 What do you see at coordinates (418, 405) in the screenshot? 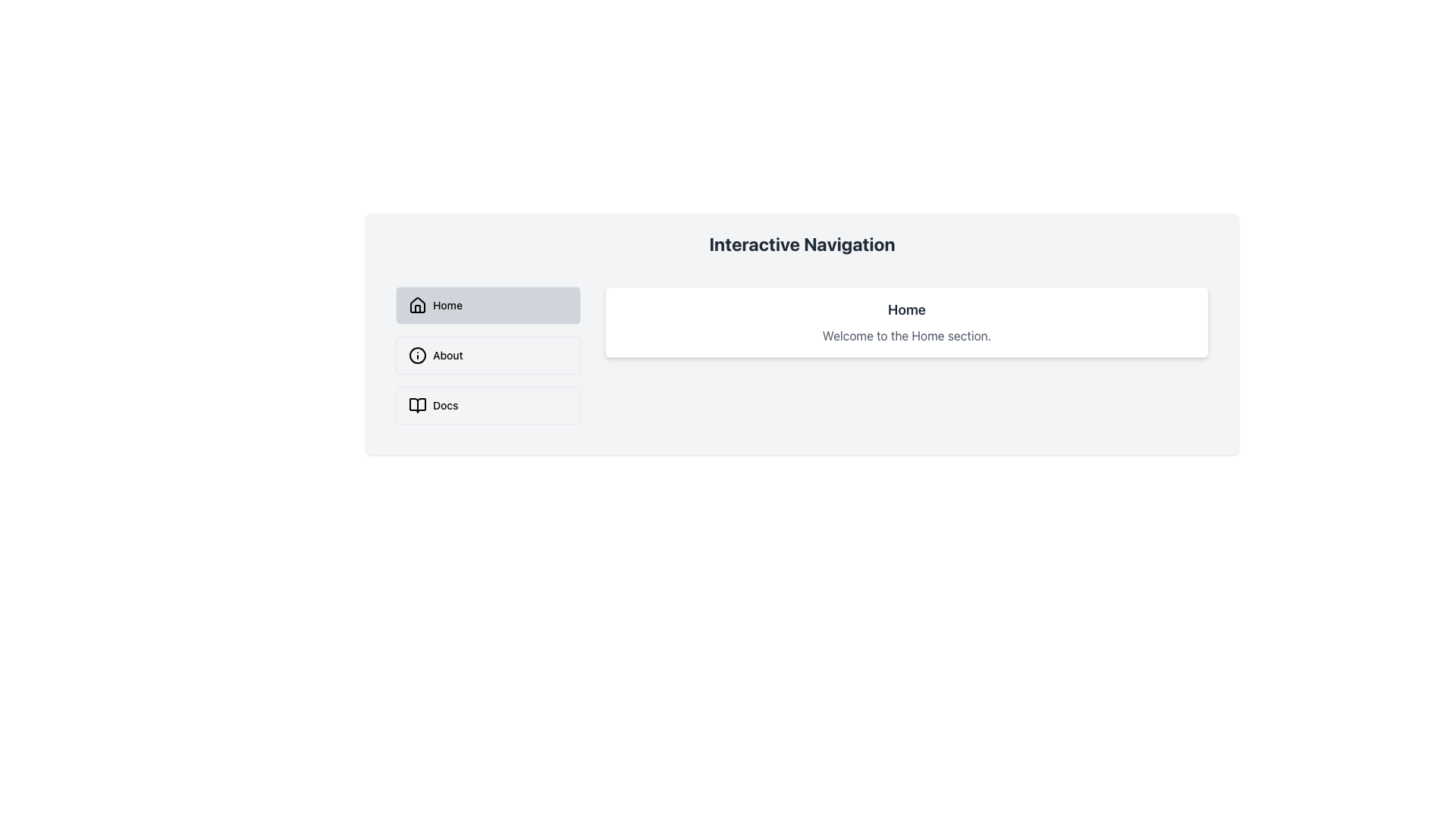
I see `the documentation icon located to the left of the 'Docs' button in the navigation menu` at bounding box center [418, 405].